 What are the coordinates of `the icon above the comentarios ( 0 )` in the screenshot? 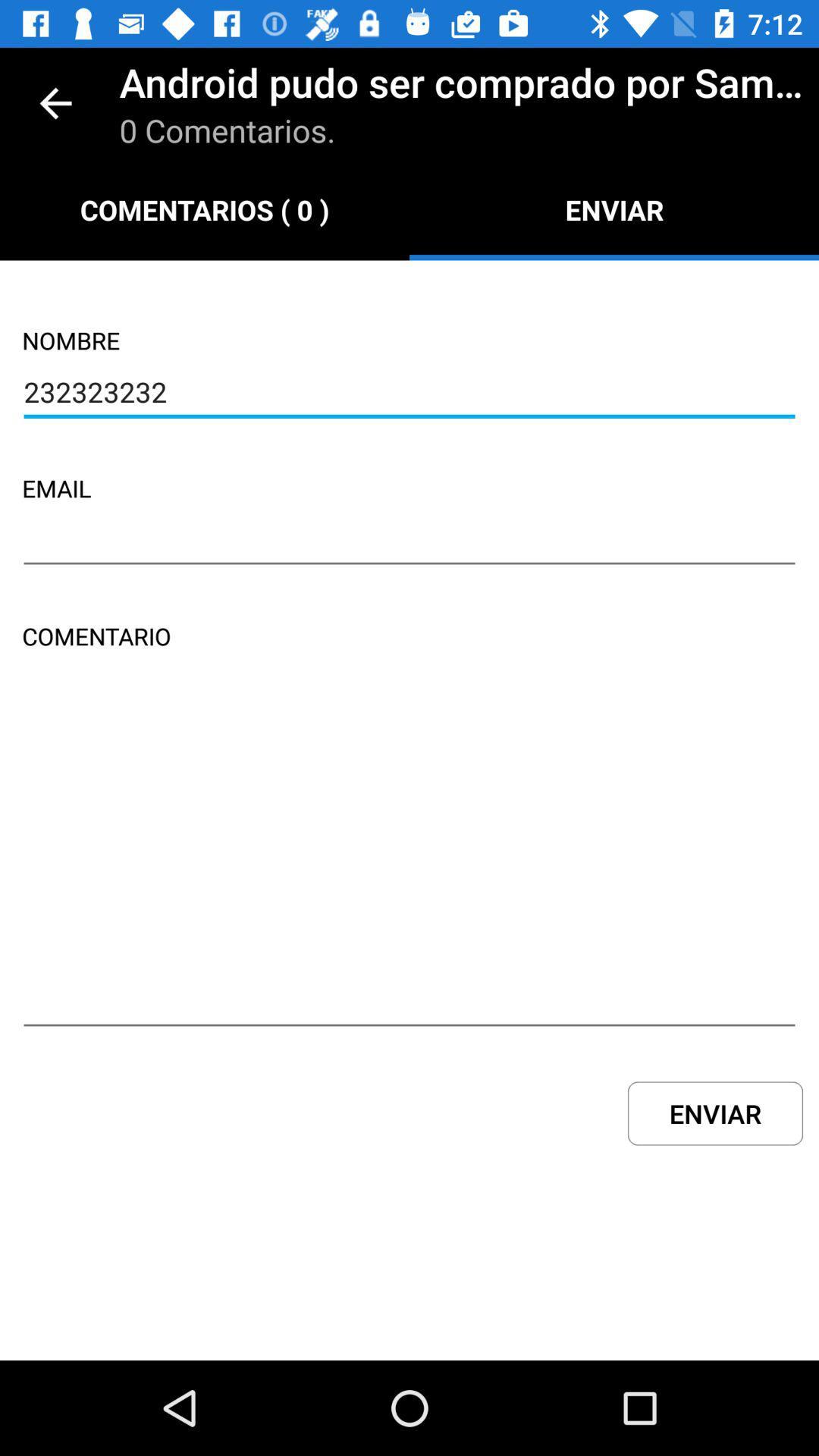 It's located at (55, 102).